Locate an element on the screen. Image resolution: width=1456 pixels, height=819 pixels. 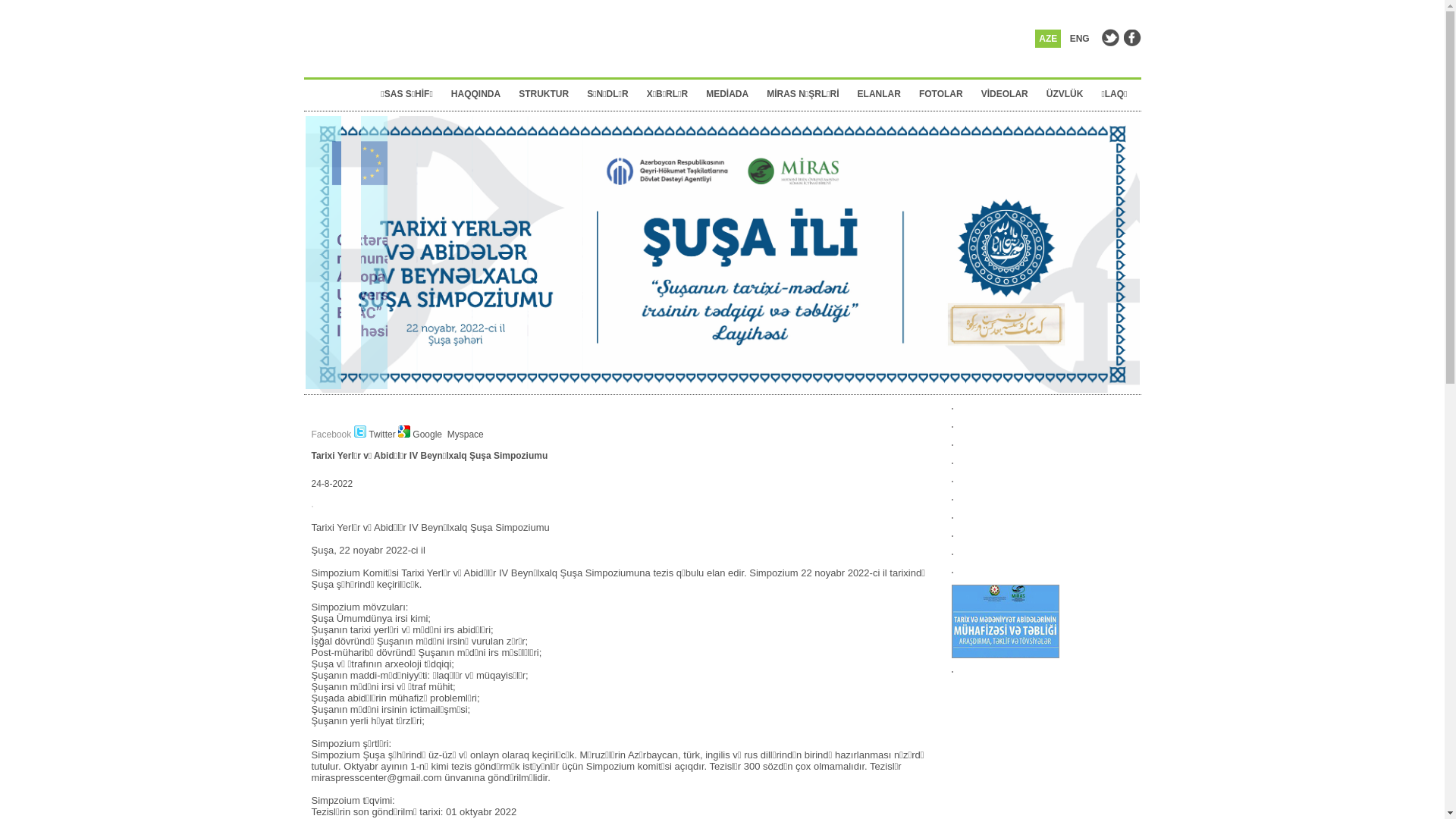
'Next' is located at coordinates (1128, 355).